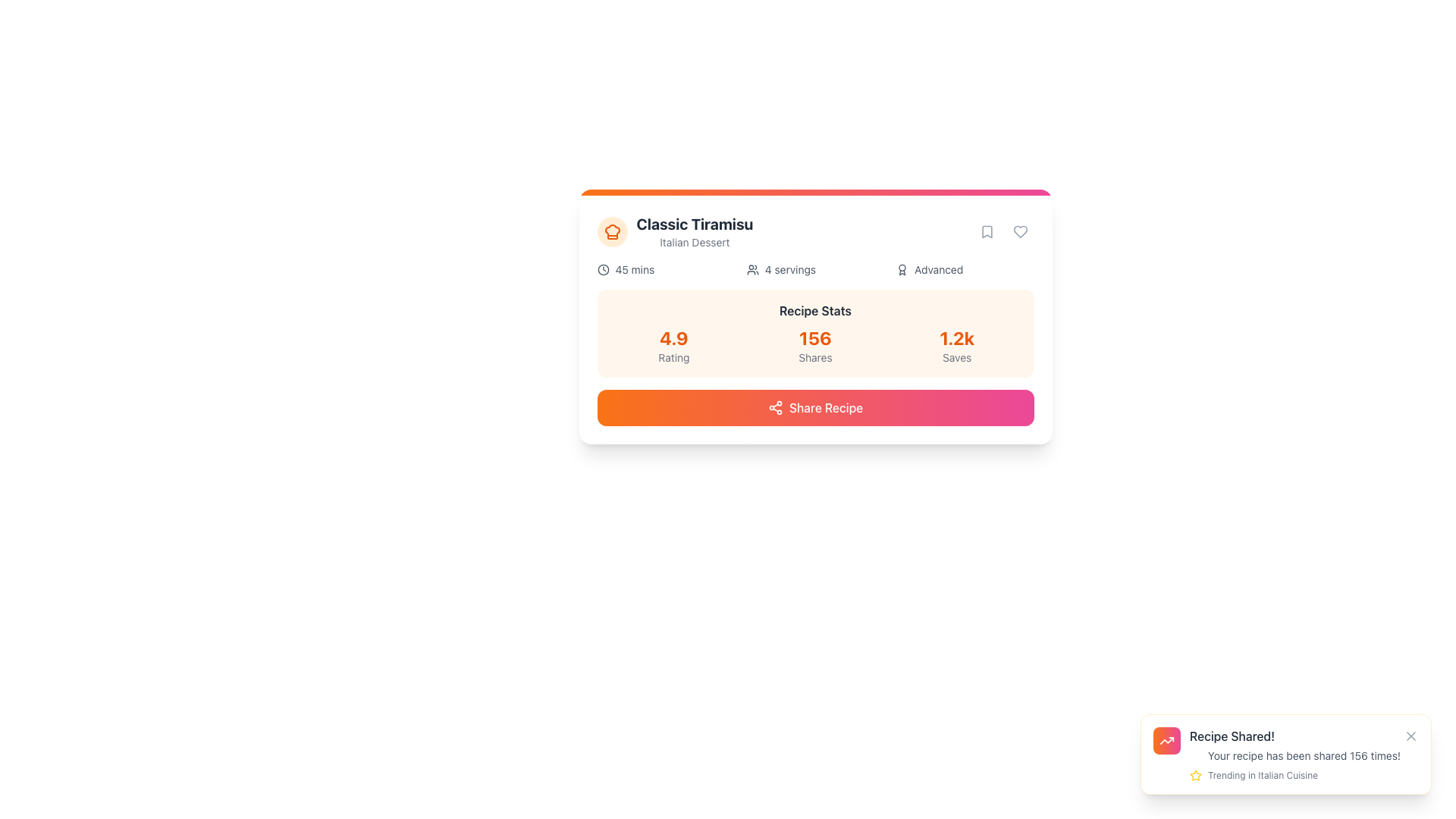  What do you see at coordinates (1020, 231) in the screenshot?
I see `the heart icon located at the top-right corner of the recipe card` at bounding box center [1020, 231].